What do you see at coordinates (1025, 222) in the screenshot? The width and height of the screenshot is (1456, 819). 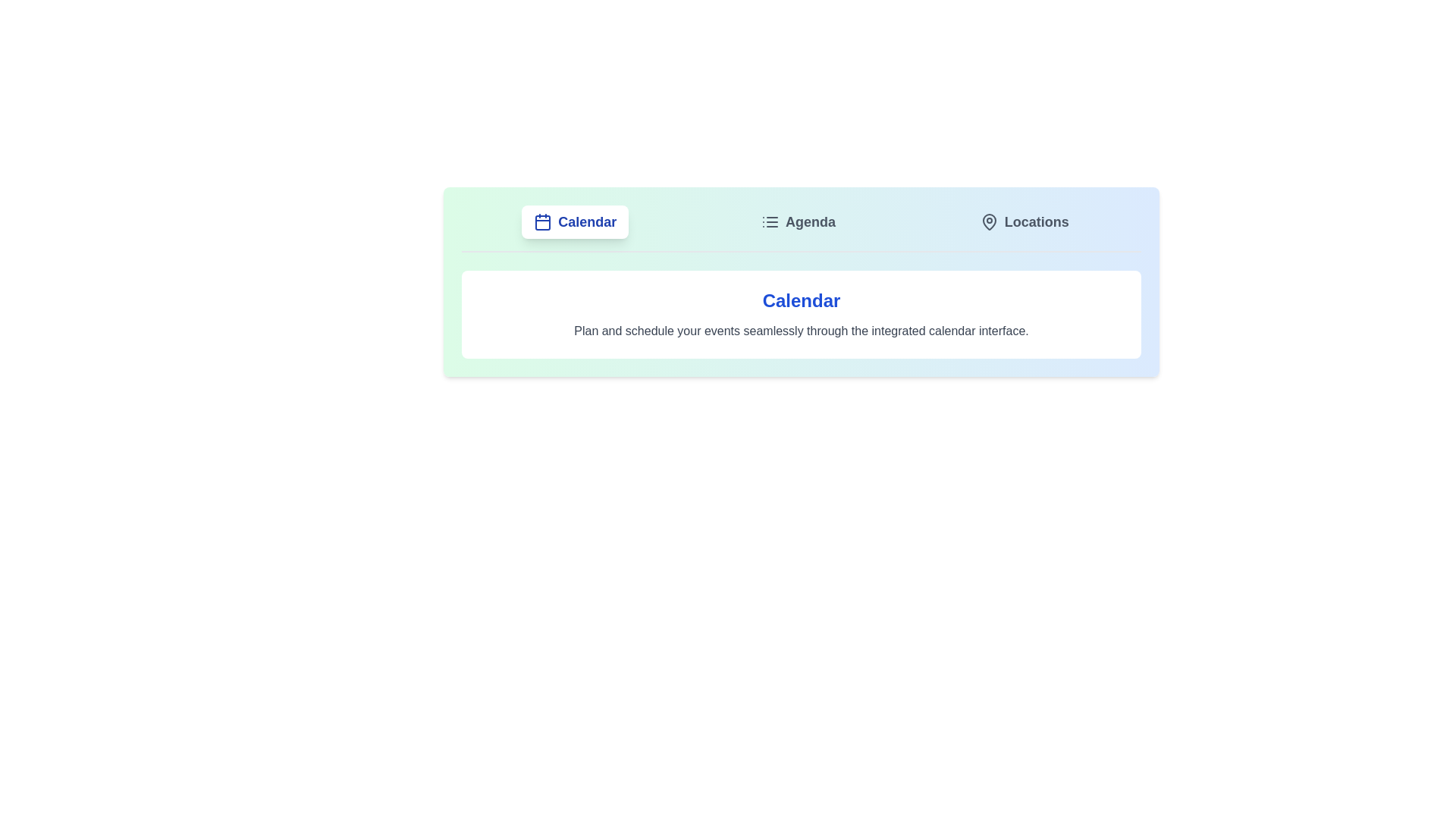 I see `the tab labeled 'Locations' to observe visual feedback` at bounding box center [1025, 222].